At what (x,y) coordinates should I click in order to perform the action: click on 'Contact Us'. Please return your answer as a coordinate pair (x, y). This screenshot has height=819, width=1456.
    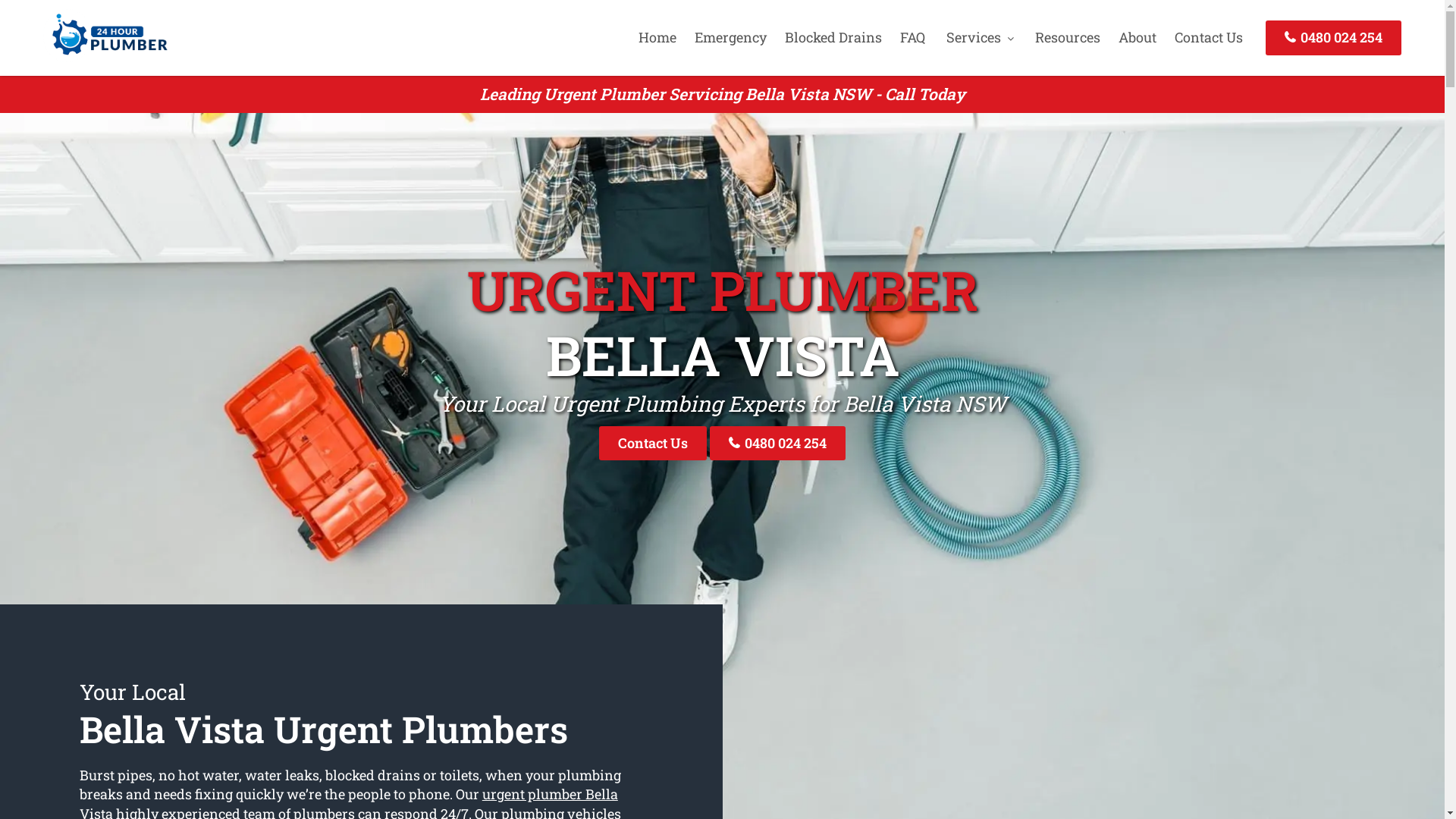
    Looking at the image, I should click on (598, 443).